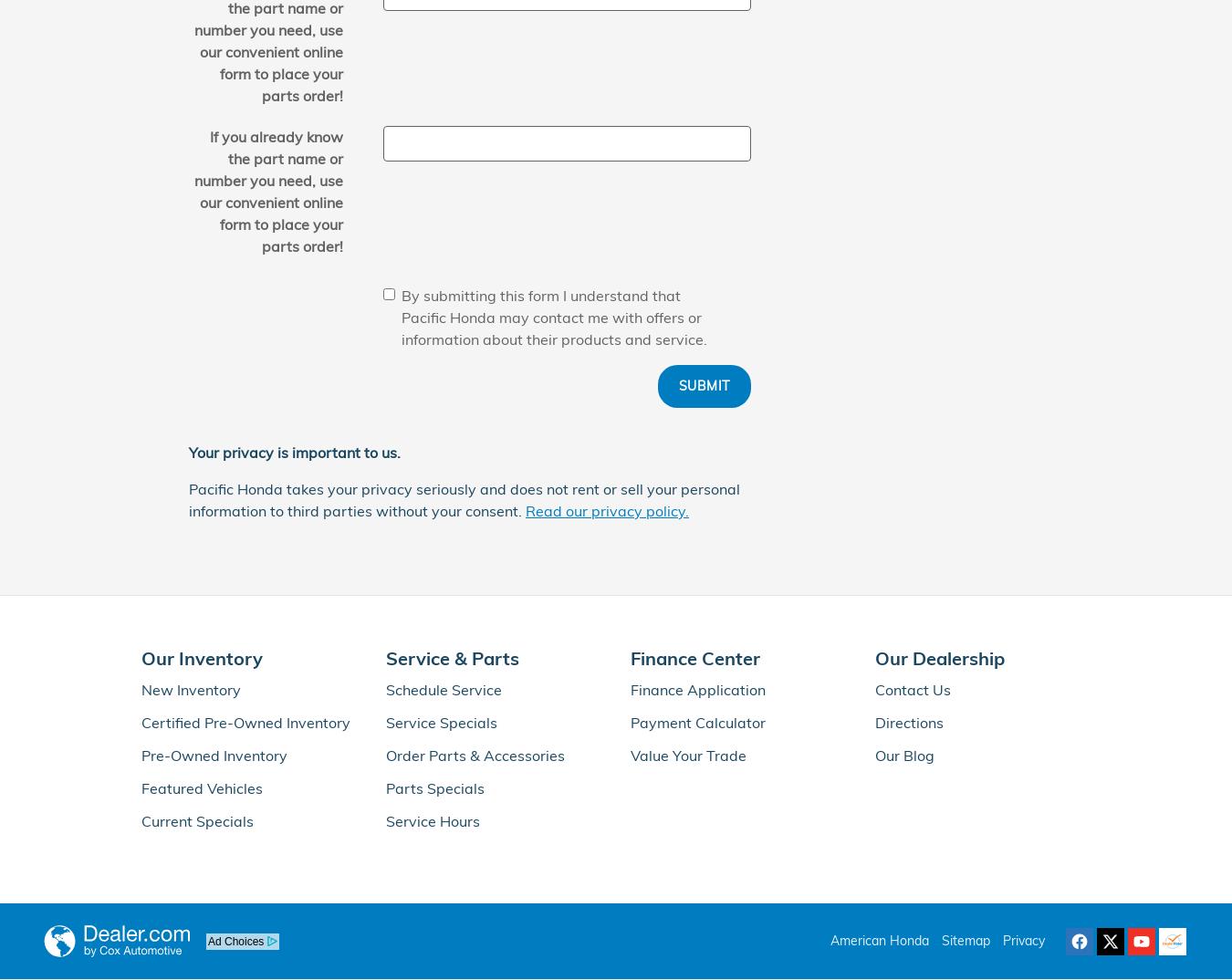  I want to click on 'Pre-Owned Inventory', so click(214, 755).